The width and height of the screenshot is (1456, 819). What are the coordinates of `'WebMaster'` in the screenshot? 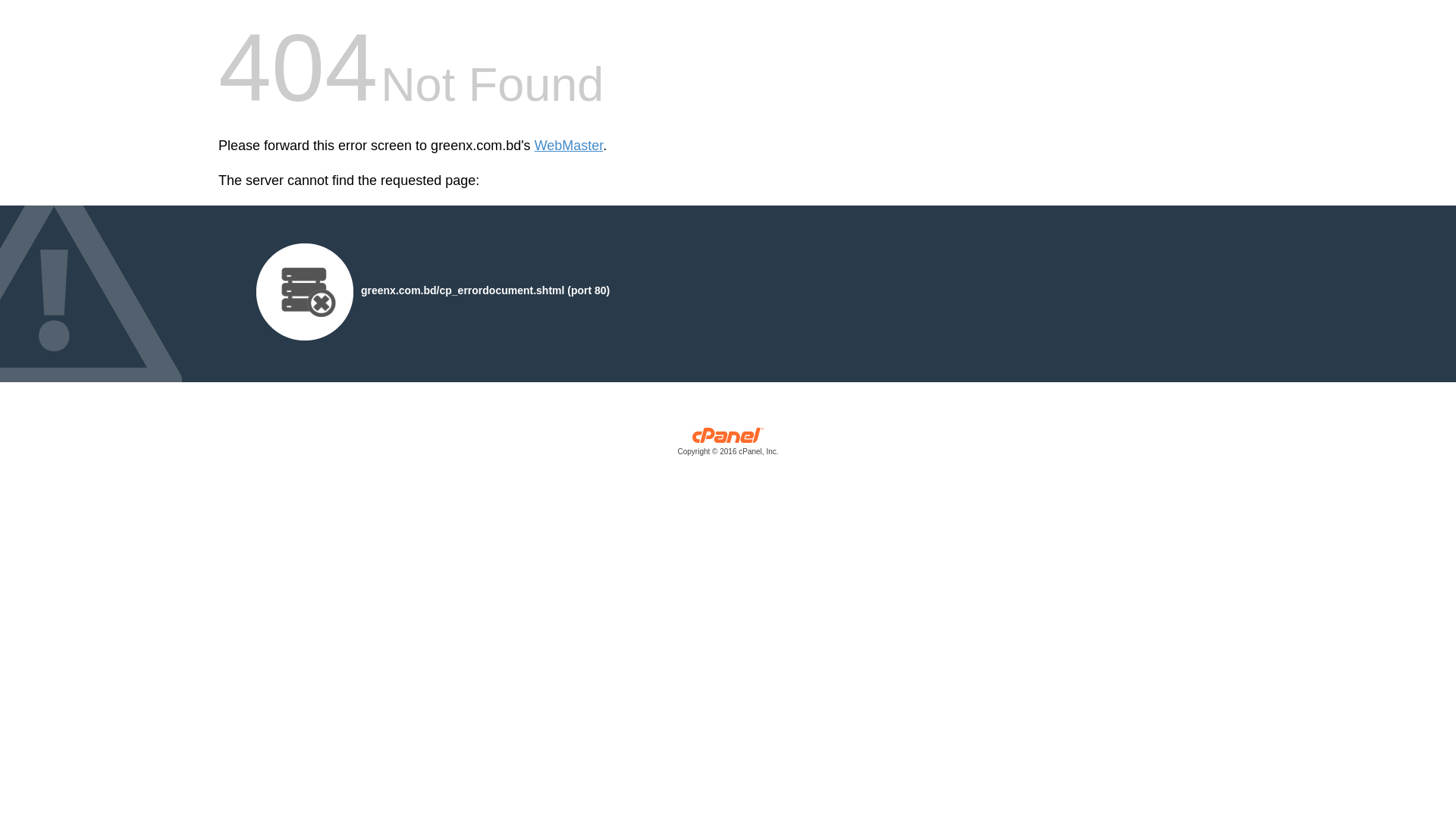 It's located at (568, 146).